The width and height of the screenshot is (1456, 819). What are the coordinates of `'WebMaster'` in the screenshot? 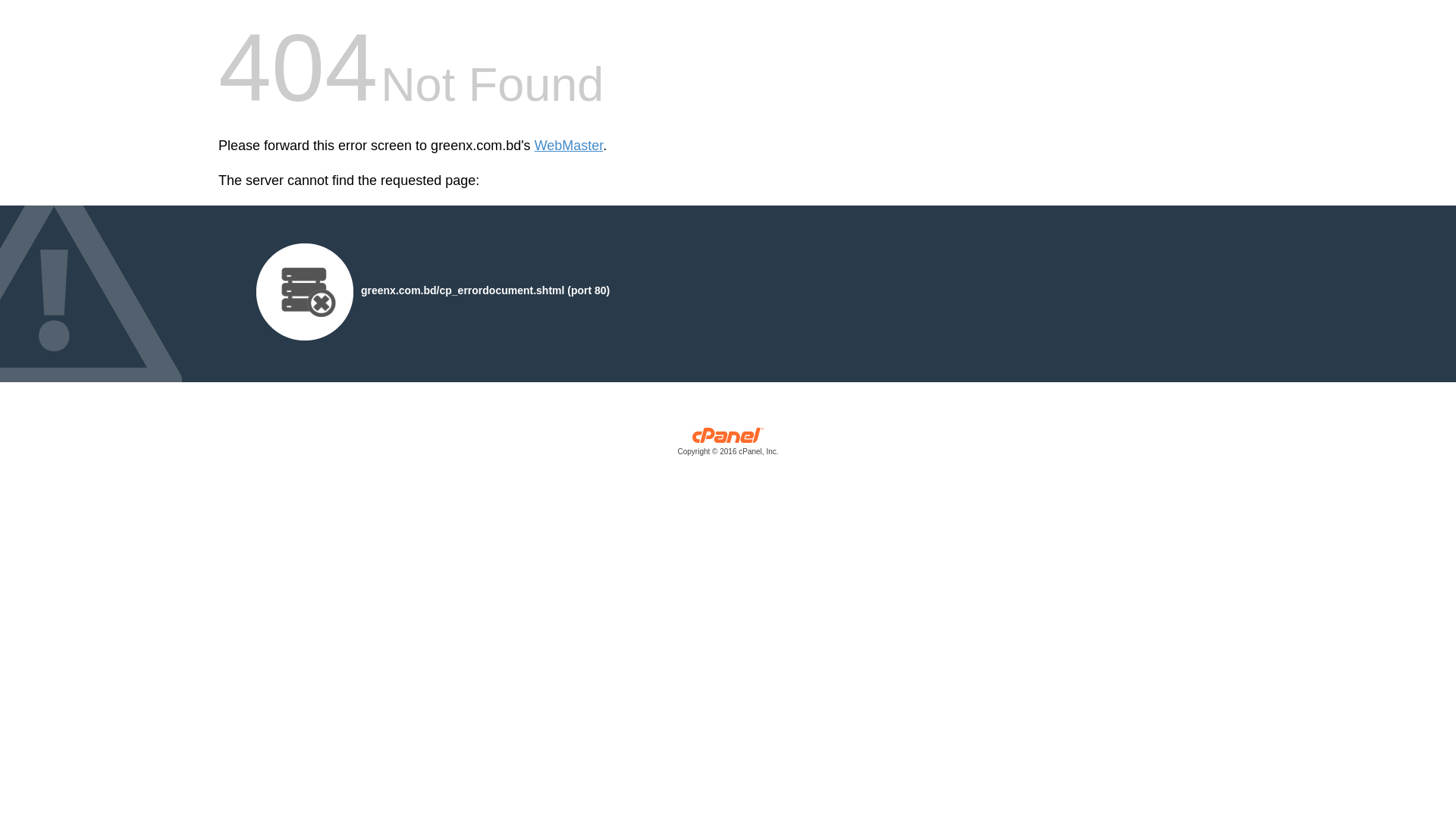 It's located at (568, 146).